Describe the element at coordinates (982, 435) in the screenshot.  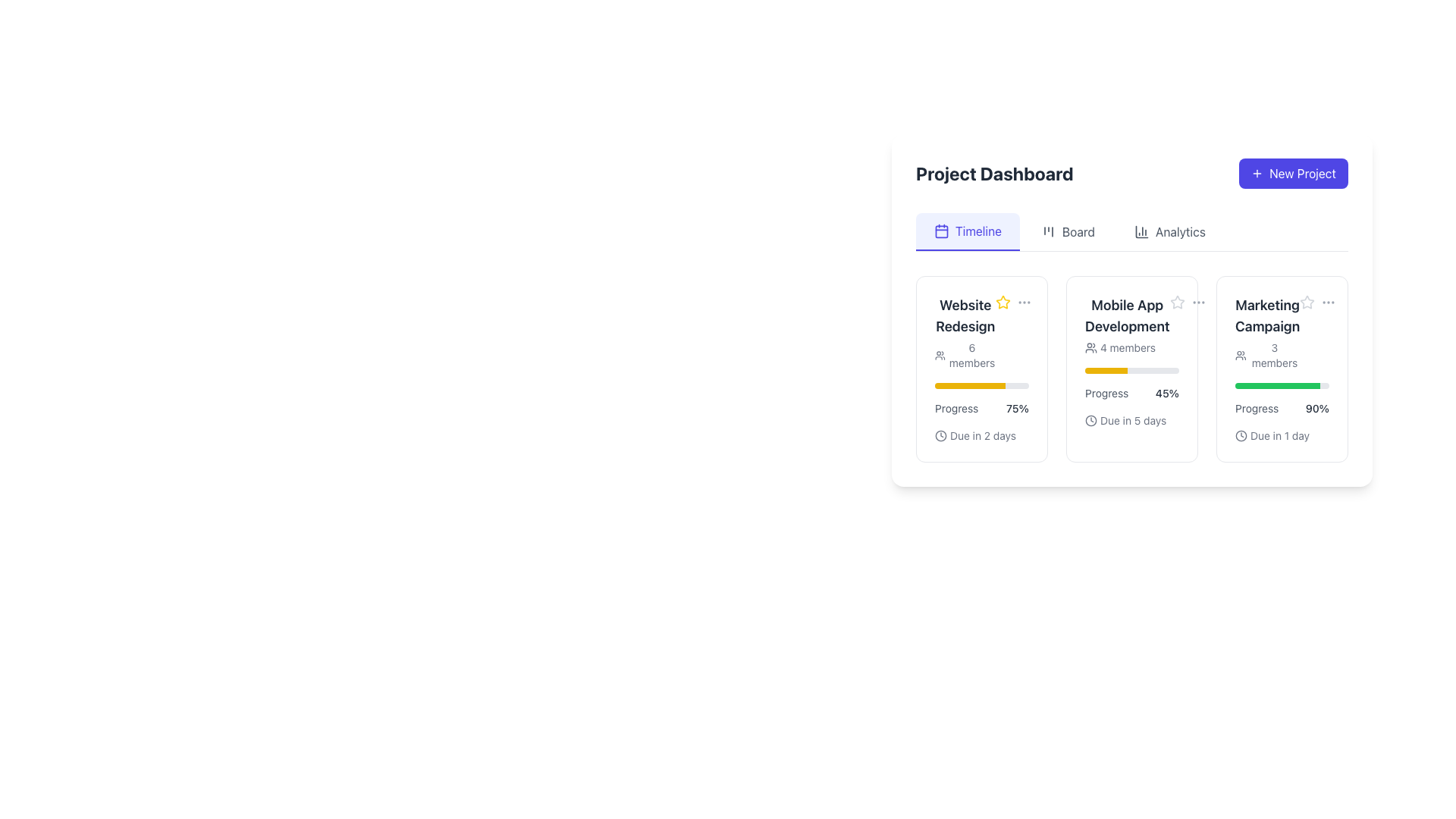
I see `due date information from the text element that displays 'Due in 2 days' with a clock icon to its left, located within the 'Website Redesign' card beneath the progress bar` at that location.